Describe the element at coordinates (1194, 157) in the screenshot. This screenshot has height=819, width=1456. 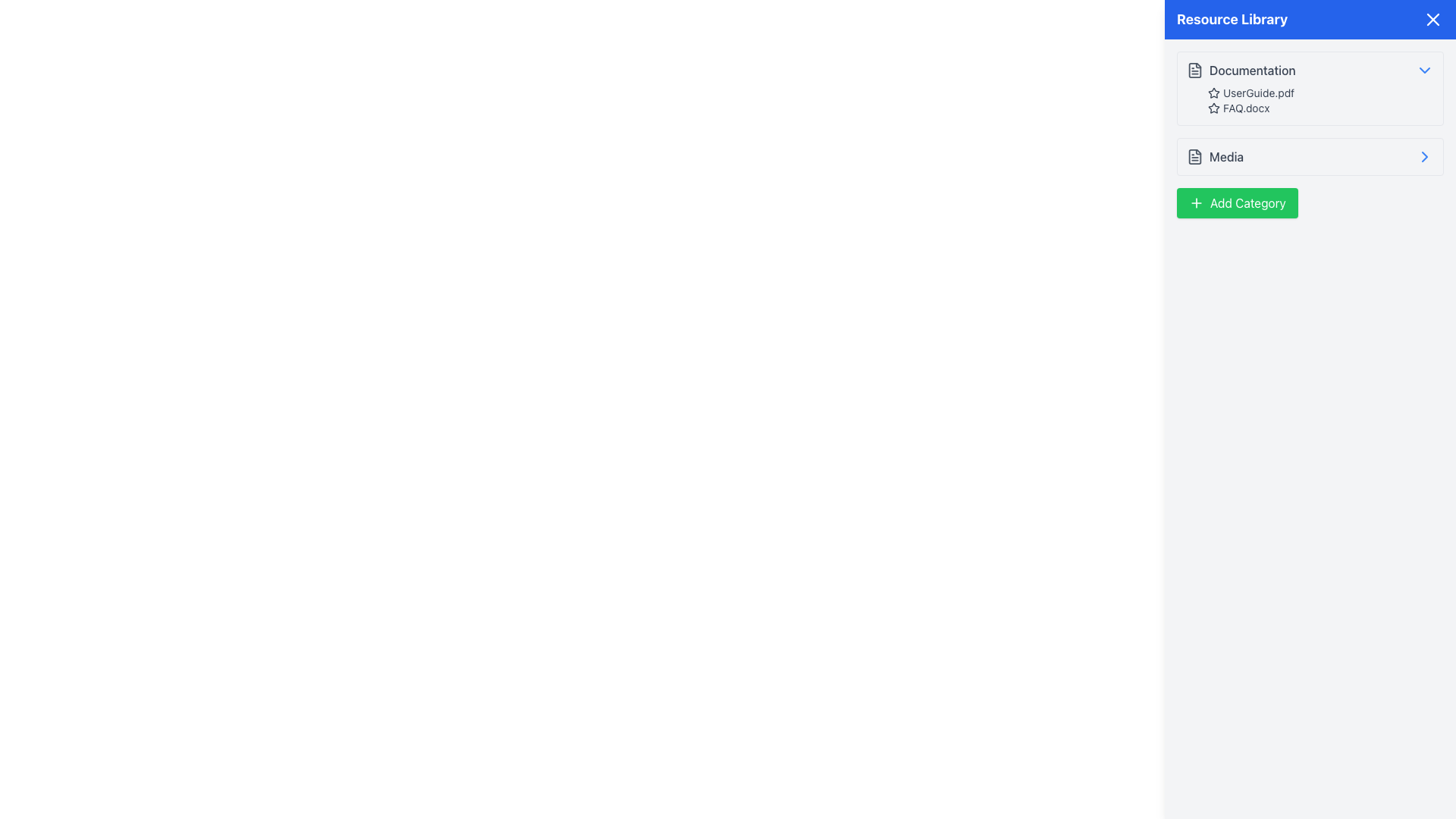
I see `the 'Media' icon located in the 'Resource Library' section, positioned to the left of the text 'Media'` at that location.